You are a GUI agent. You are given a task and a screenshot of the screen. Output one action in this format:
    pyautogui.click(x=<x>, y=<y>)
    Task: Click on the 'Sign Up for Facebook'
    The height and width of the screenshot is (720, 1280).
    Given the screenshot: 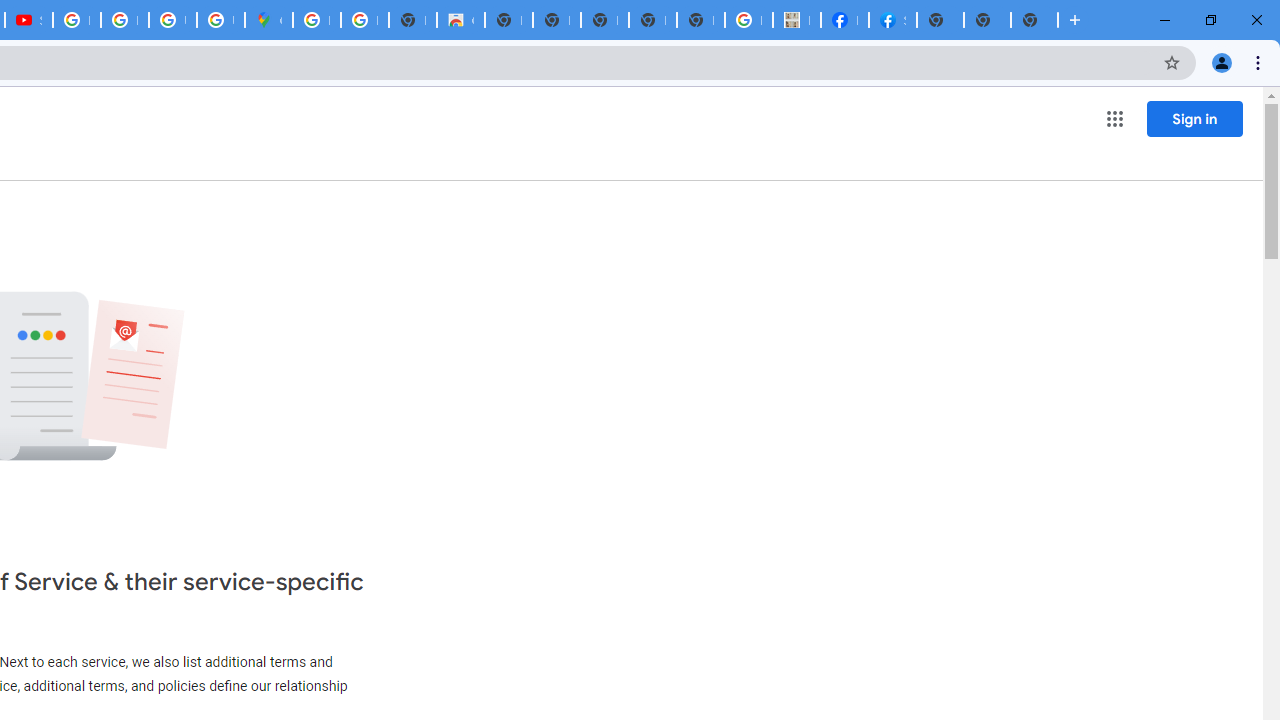 What is the action you would take?
    pyautogui.click(x=891, y=20)
    